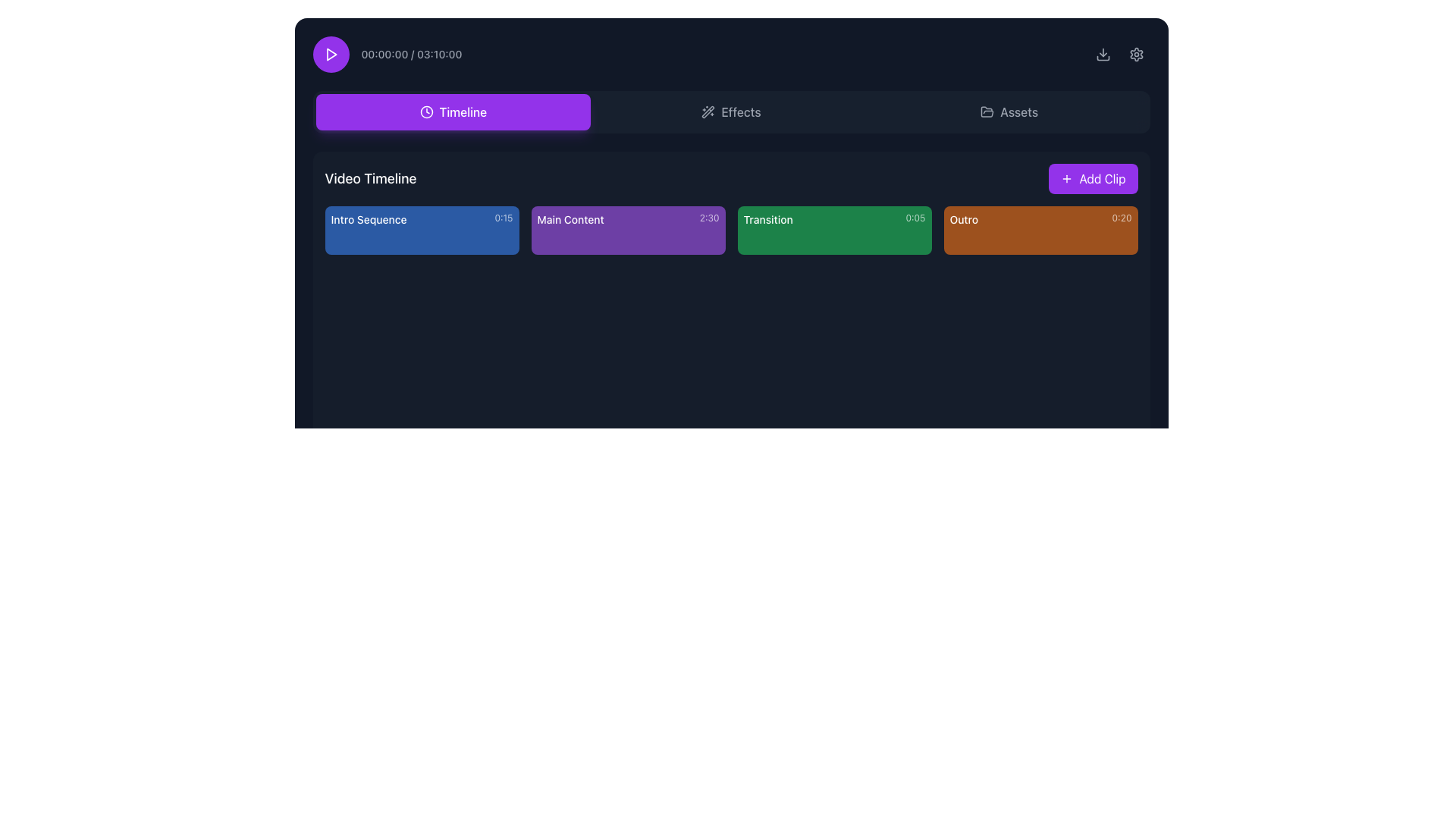 The image size is (1456, 819). Describe the element at coordinates (987, 111) in the screenshot. I see `the folder icon which is styled as an outline graphic and is positioned to the left of the 'Assets' label in the upper-right interface section` at that location.